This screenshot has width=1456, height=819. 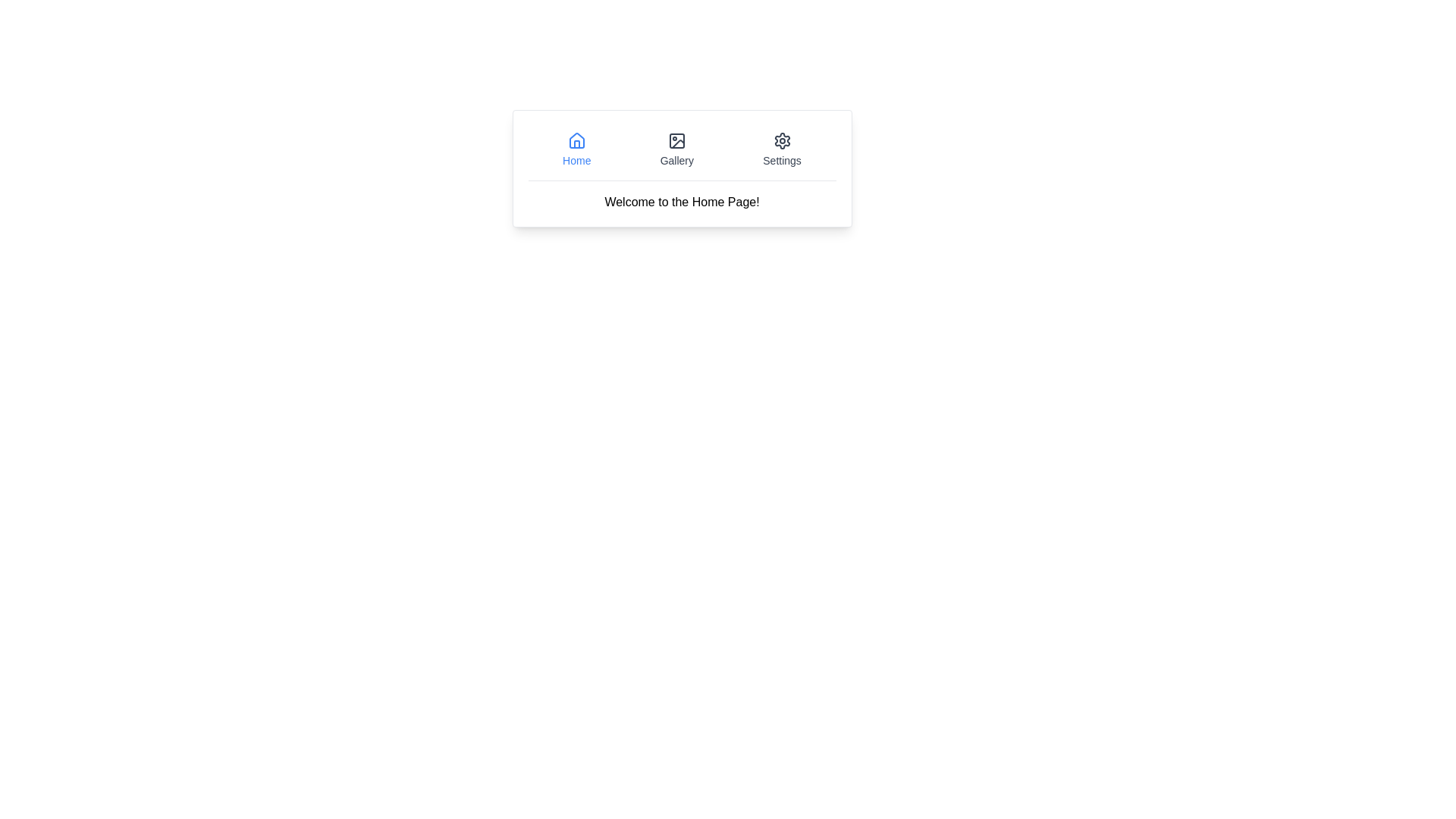 What do you see at coordinates (676, 149) in the screenshot?
I see `the 'Gallery' button, which is the second item in the horizontal navigation bar` at bounding box center [676, 149].